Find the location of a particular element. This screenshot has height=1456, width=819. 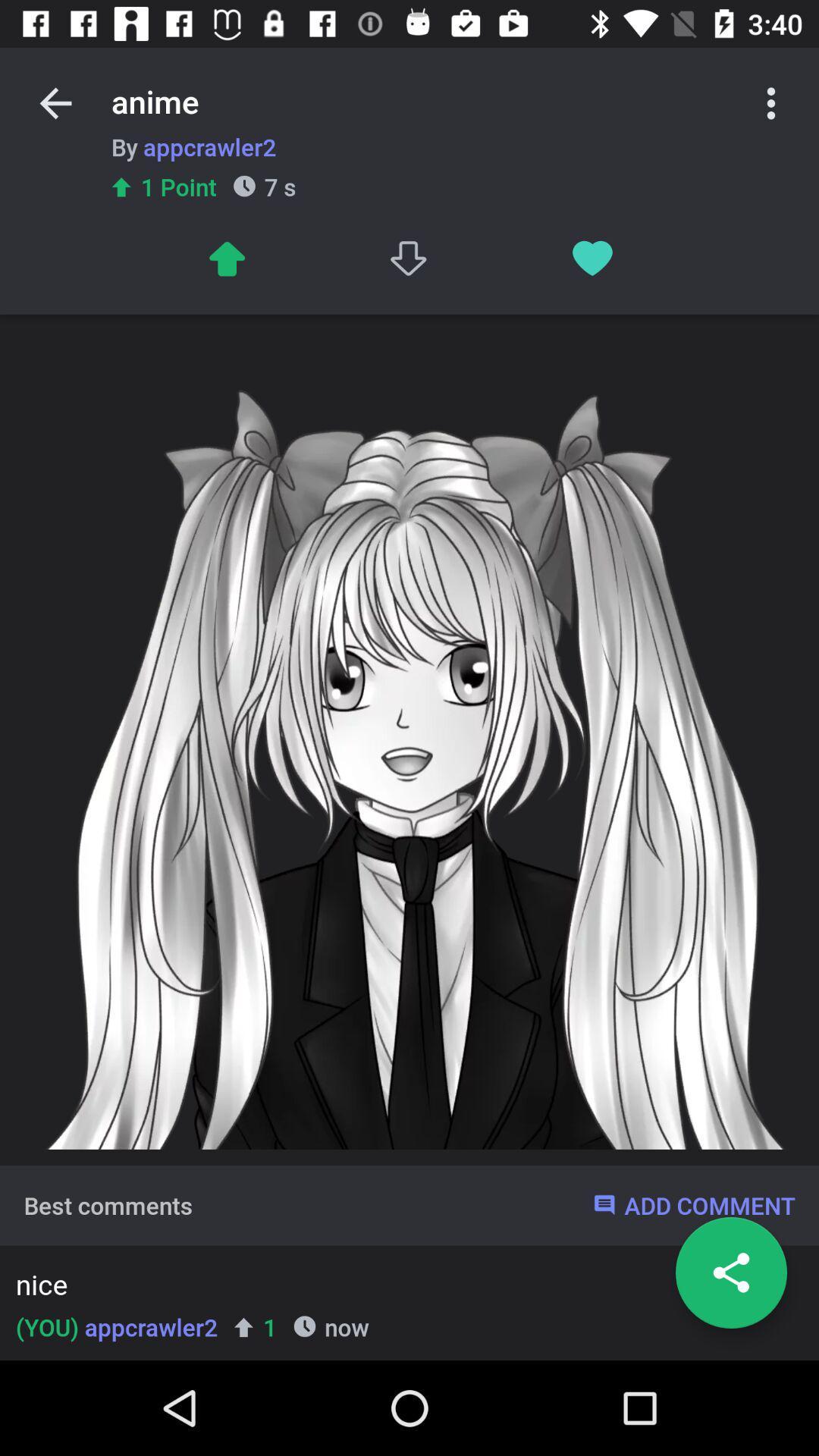

item above 1 point is located at coordinates (193, 146).